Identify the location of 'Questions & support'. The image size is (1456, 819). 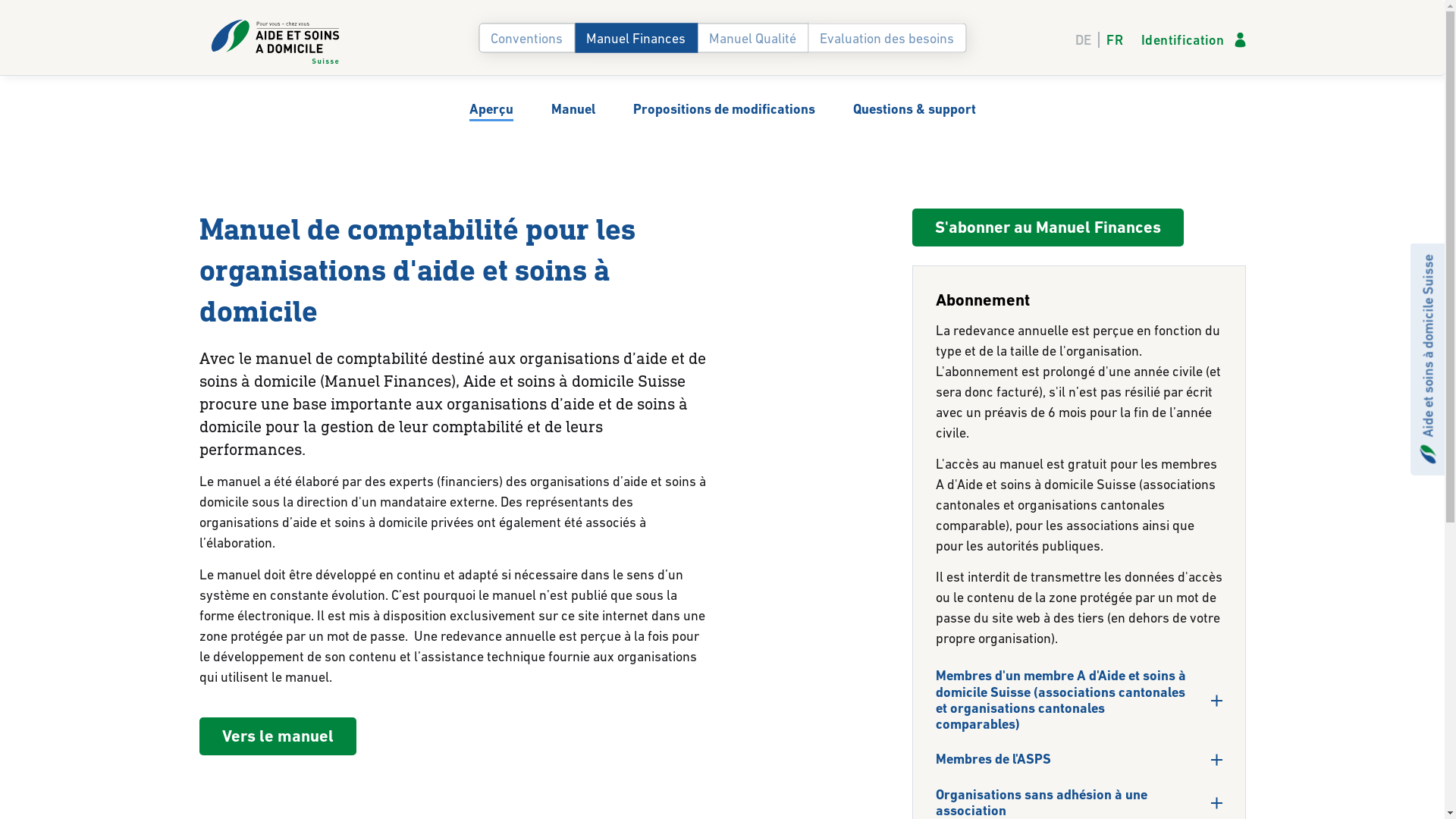
(912, 108).